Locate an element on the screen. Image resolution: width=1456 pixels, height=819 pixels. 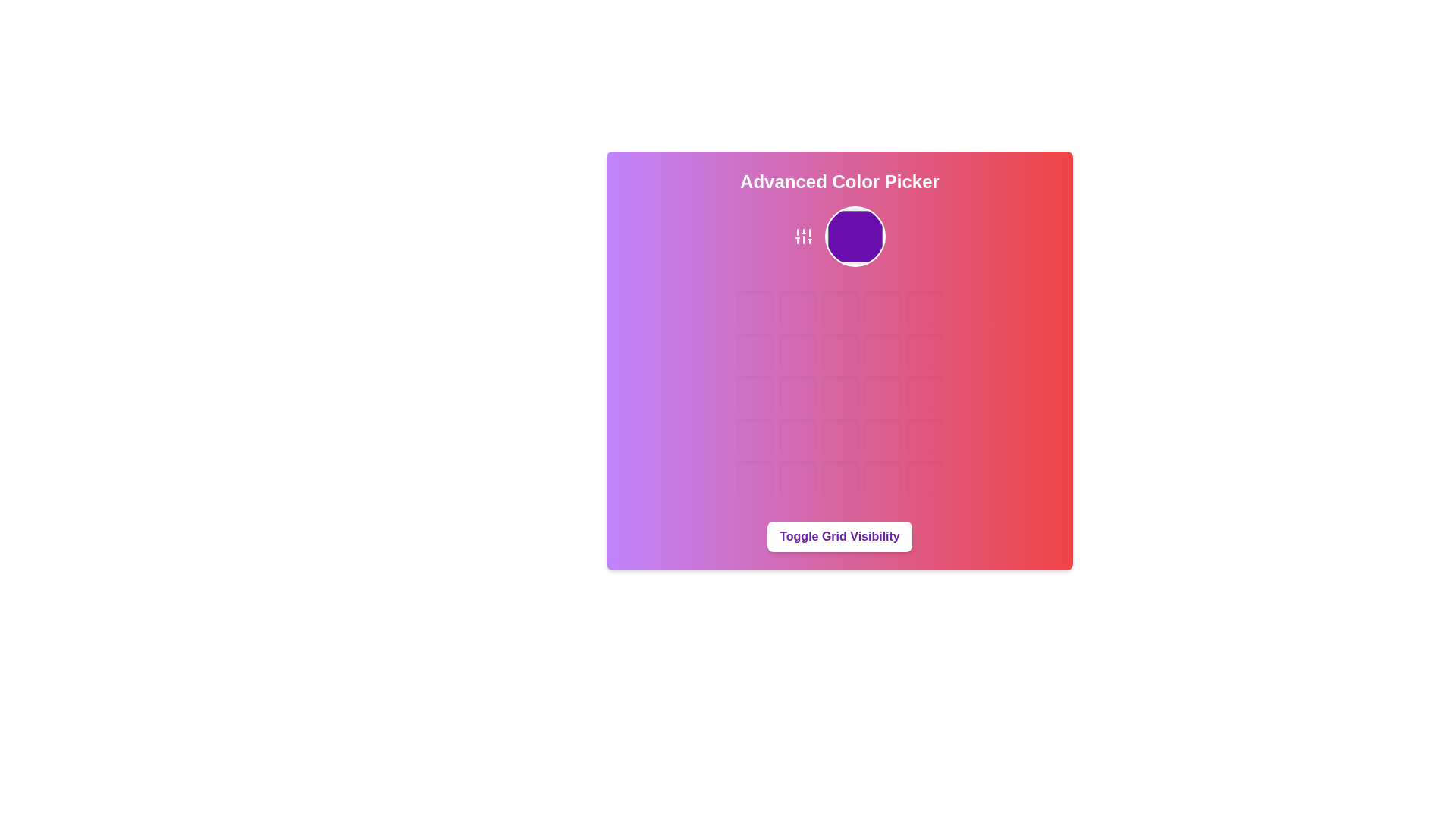
the grid cell located in the third column of the second row, which has a rounded design and a smooth gradient background from light purple to pink is located at coordinates (839, 351).